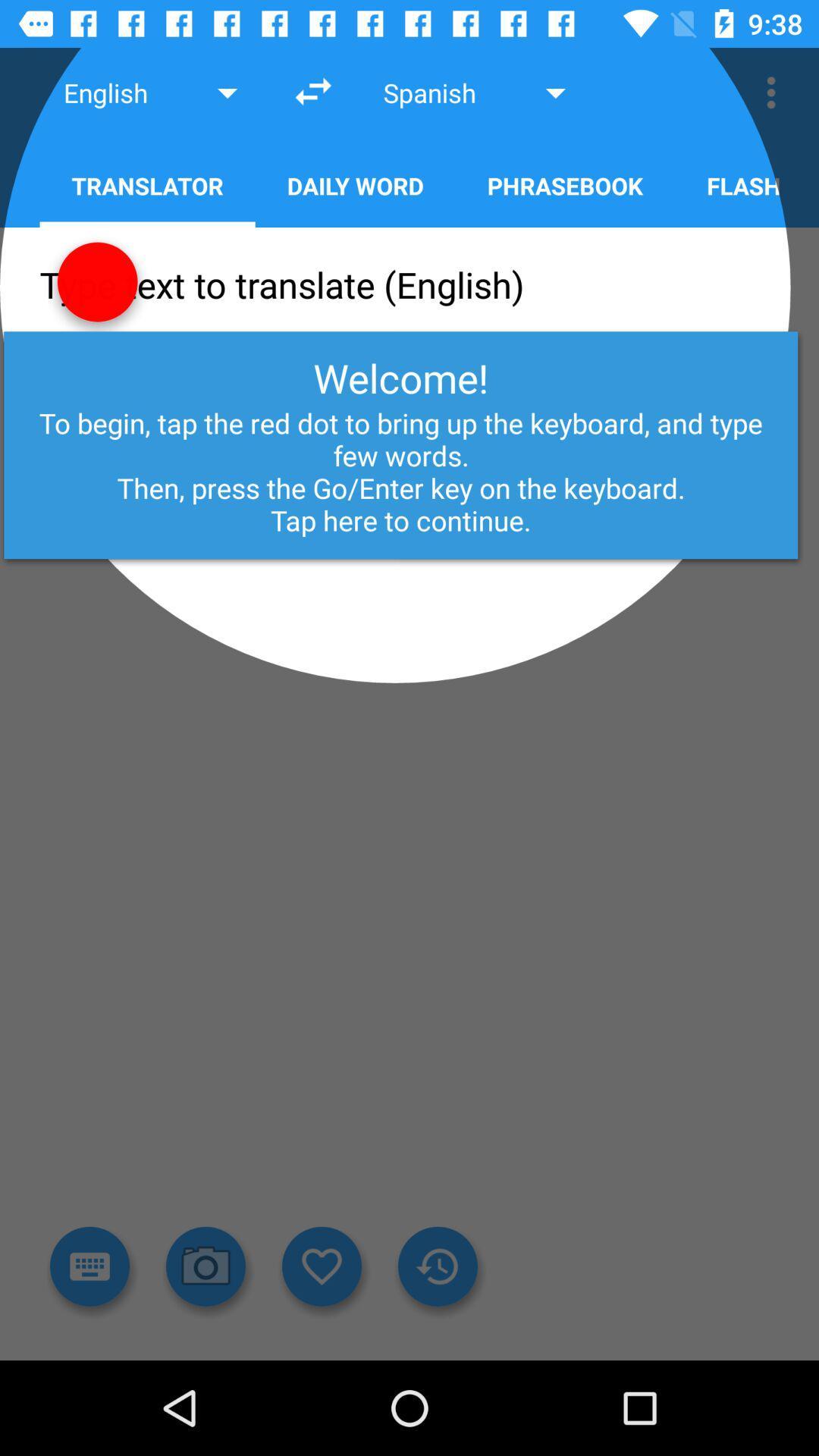 Image resolution: width=819 pixels, height=1456 pixels. What do you see at coordinates (206, 1266) in the screenshot?
I see `the photo icon` at bounding box center [206, 1266].